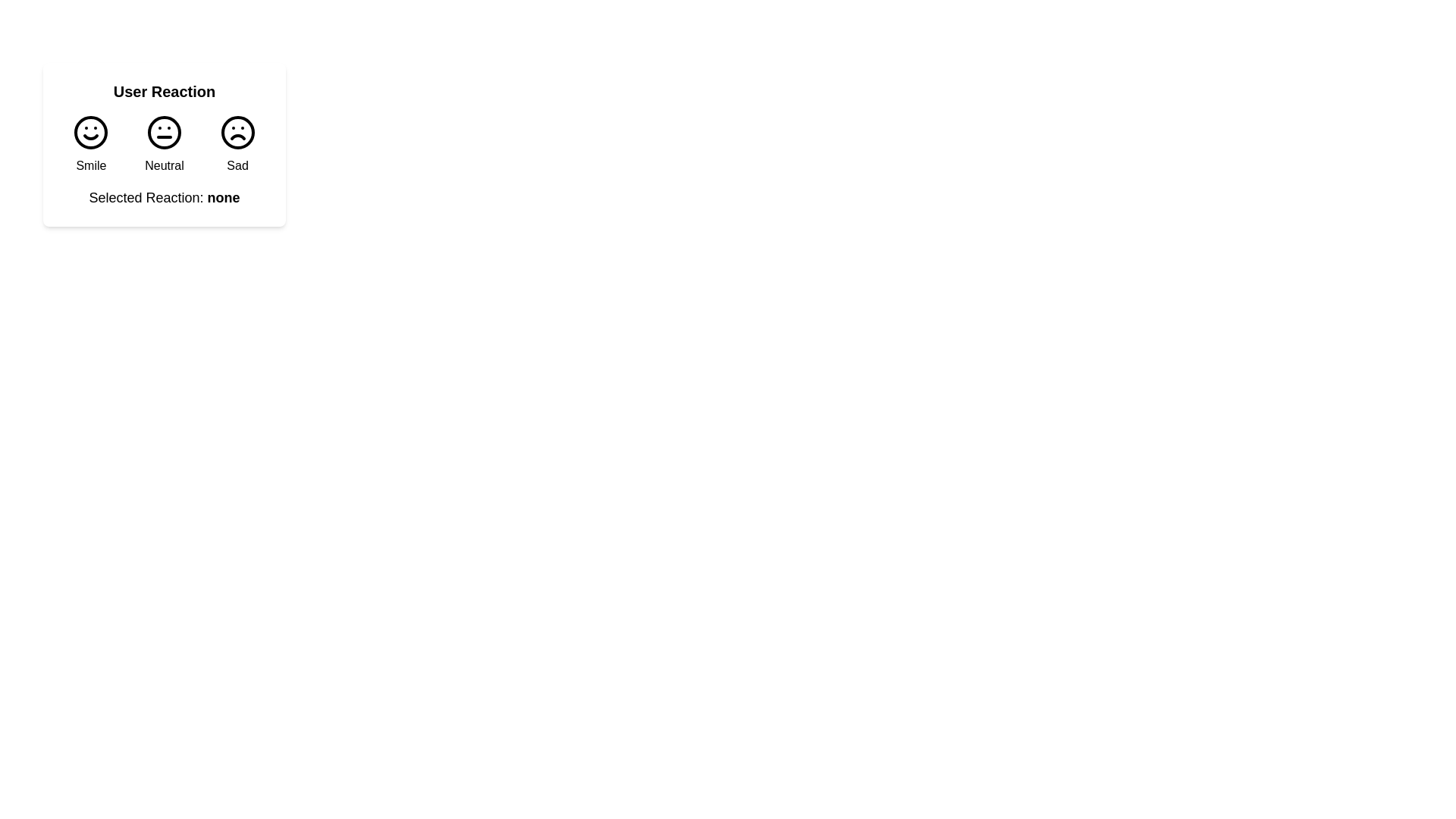  What do you see at coordinates (164, 145) in the screenshot?
I see `the 'User Reaction' interactive UI group` at bounding box center [164, 145].